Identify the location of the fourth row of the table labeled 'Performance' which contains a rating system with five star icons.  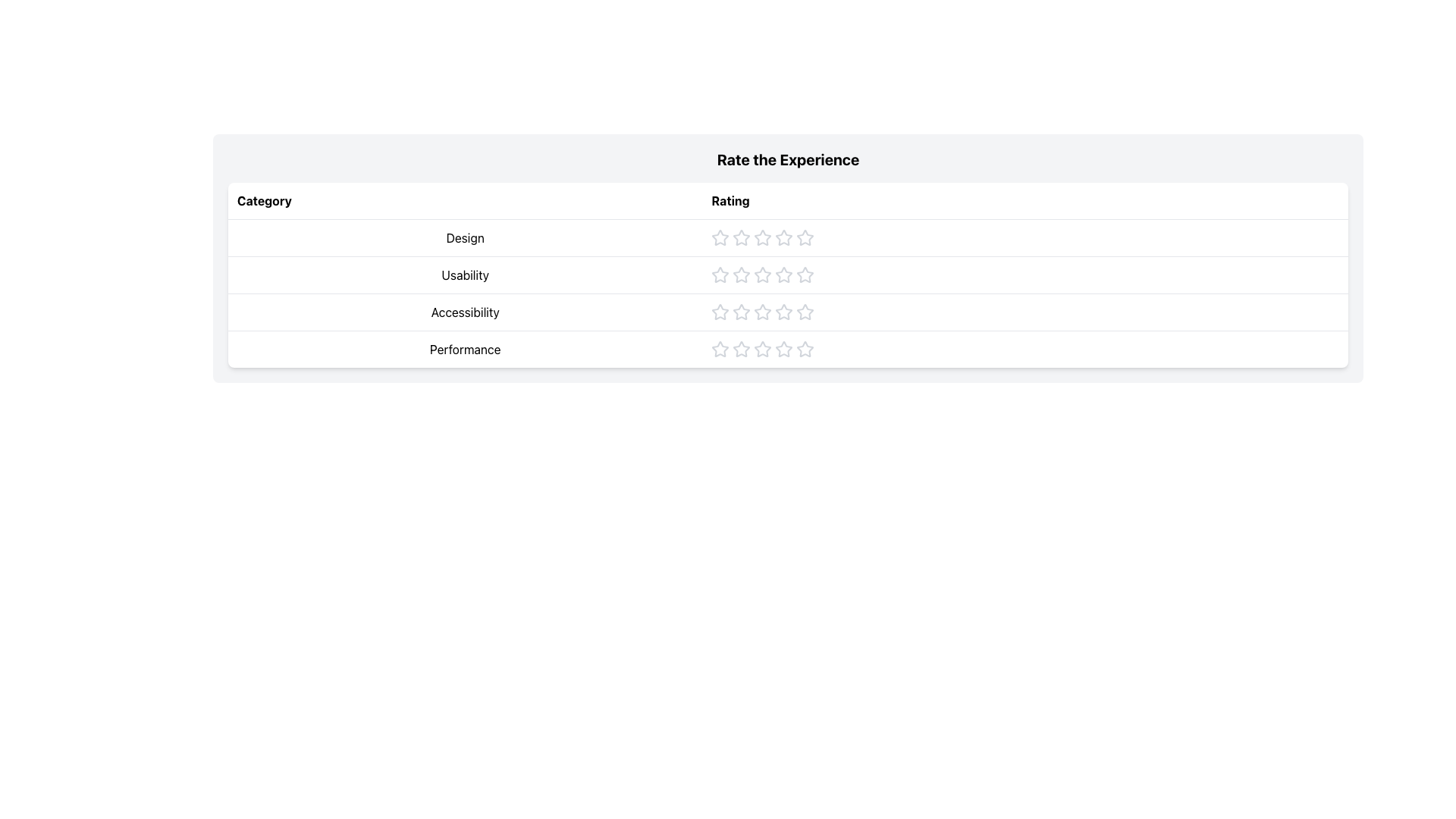
(788, 349).